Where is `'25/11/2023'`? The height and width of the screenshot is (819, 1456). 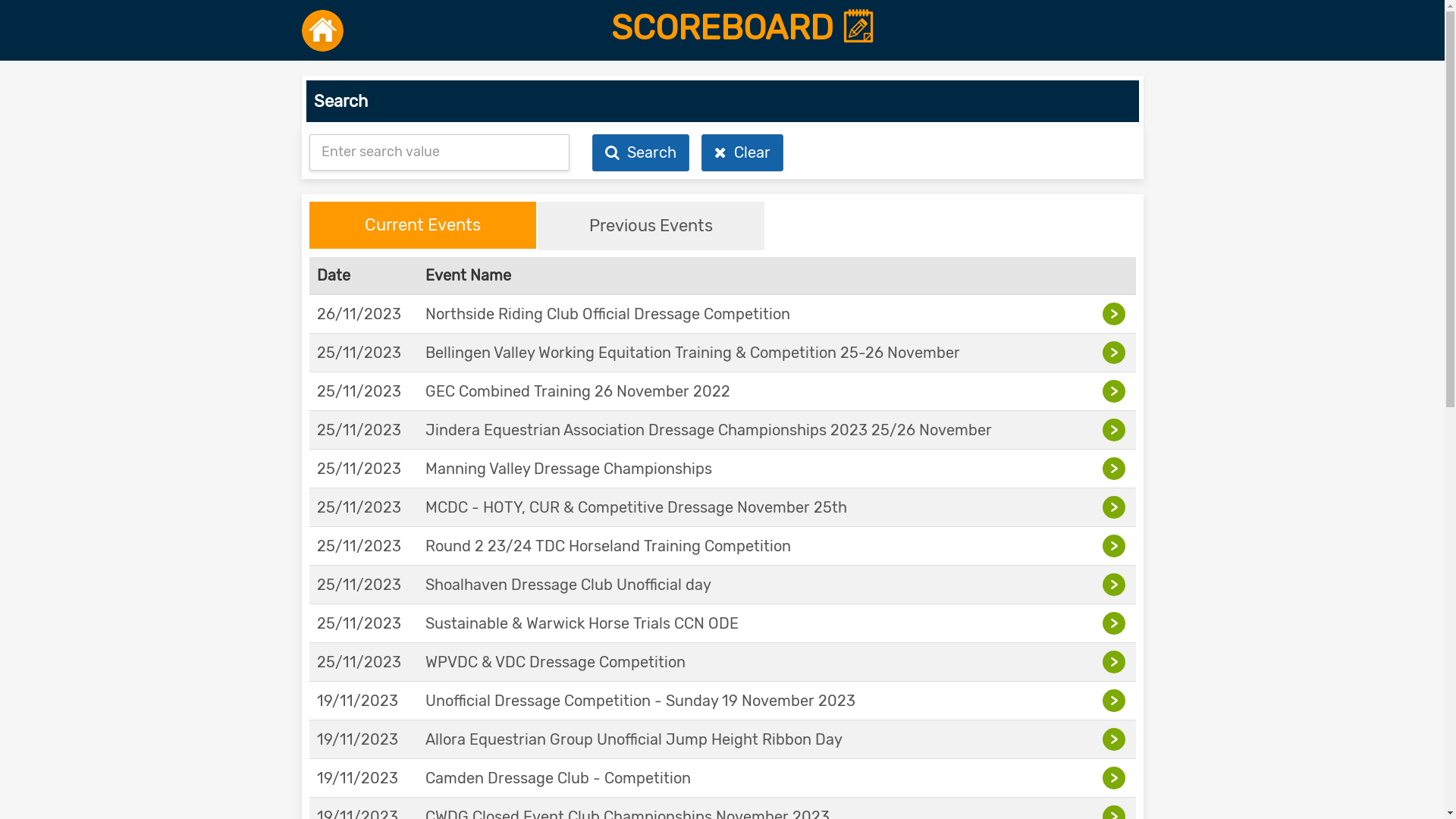 '25/11/2023' is located at coordinates (358, 353).